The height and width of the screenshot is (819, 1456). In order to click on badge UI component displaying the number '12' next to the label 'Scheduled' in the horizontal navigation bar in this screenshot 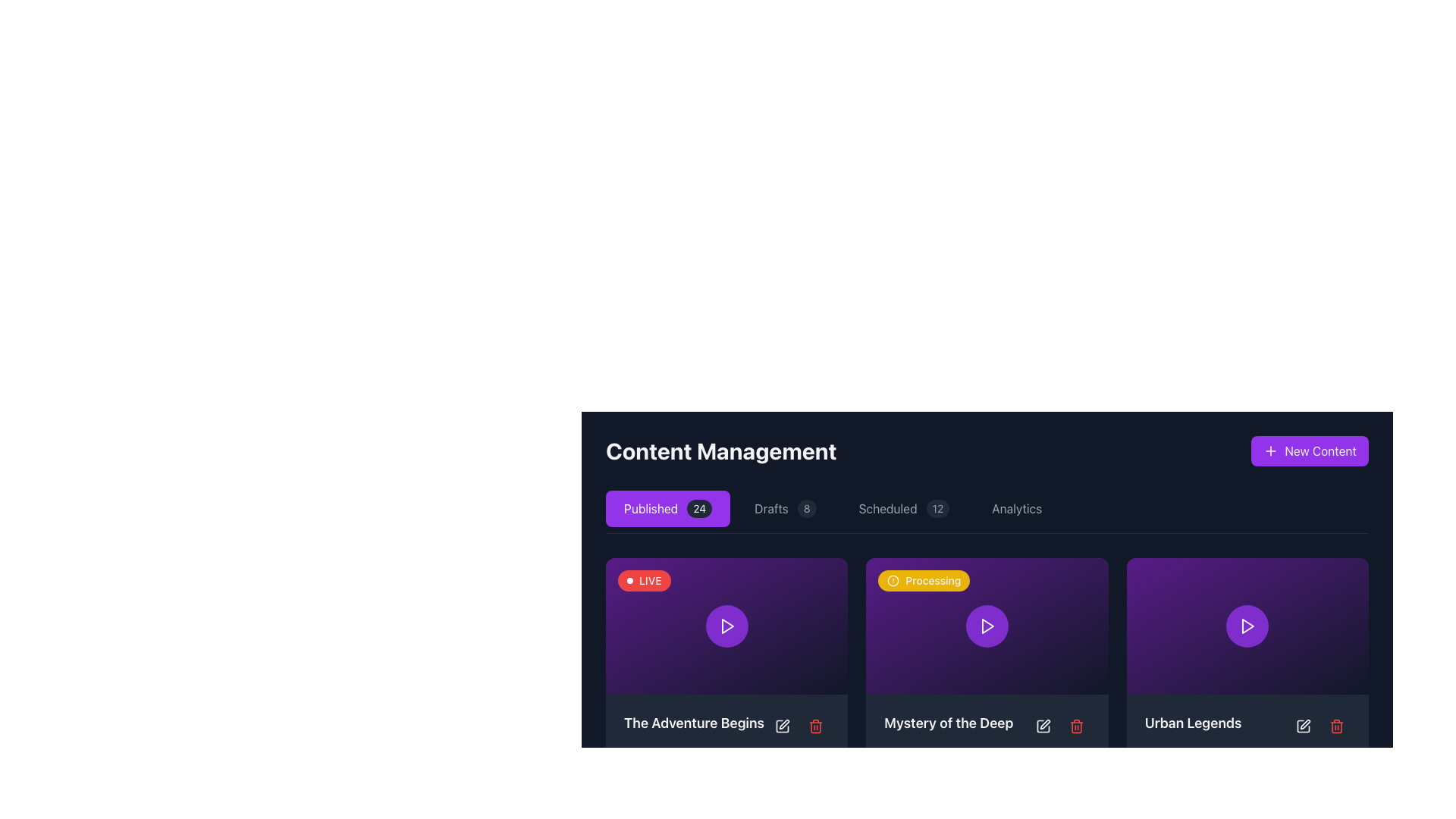, I will do `click(937, 509)`.